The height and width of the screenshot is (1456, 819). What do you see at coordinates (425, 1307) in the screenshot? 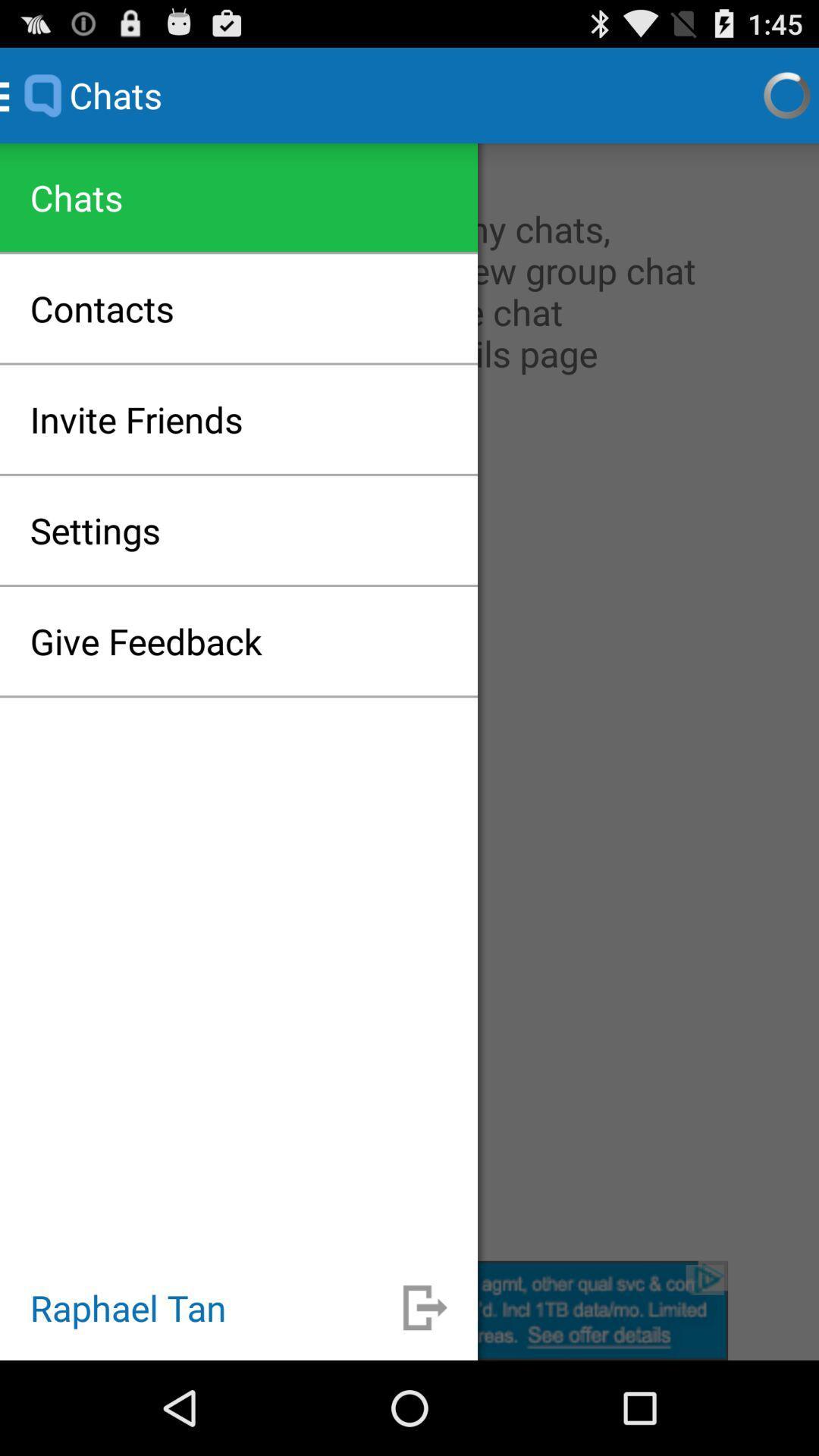
I see `app next to raphael tan icon` at bounding box center [425, 1307].